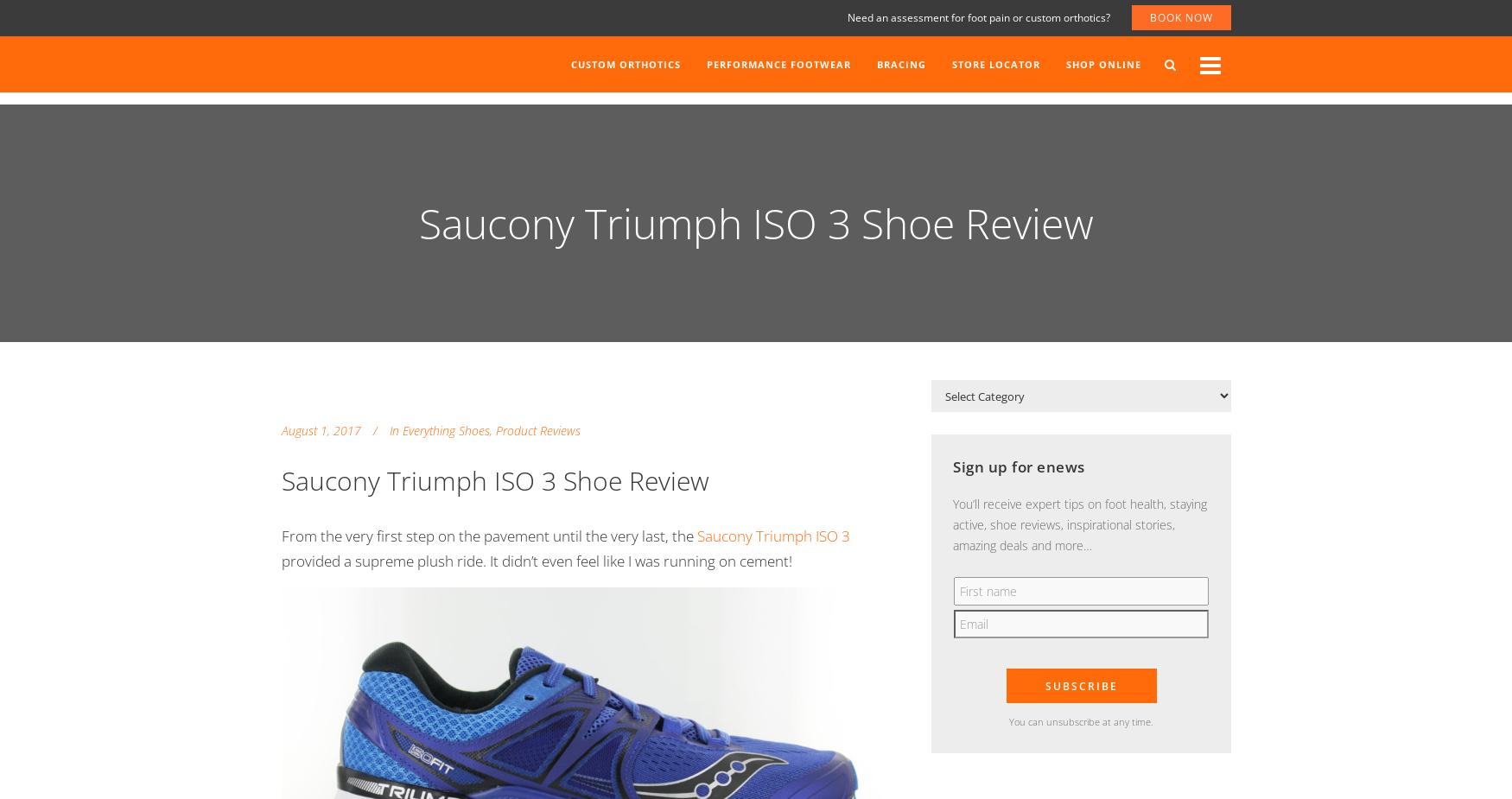 The image size is (1512, 799). Describe the element at coordinates (772, 536) in the screenshot. I see `'Saucony Triumph ISO 3'` at that location.